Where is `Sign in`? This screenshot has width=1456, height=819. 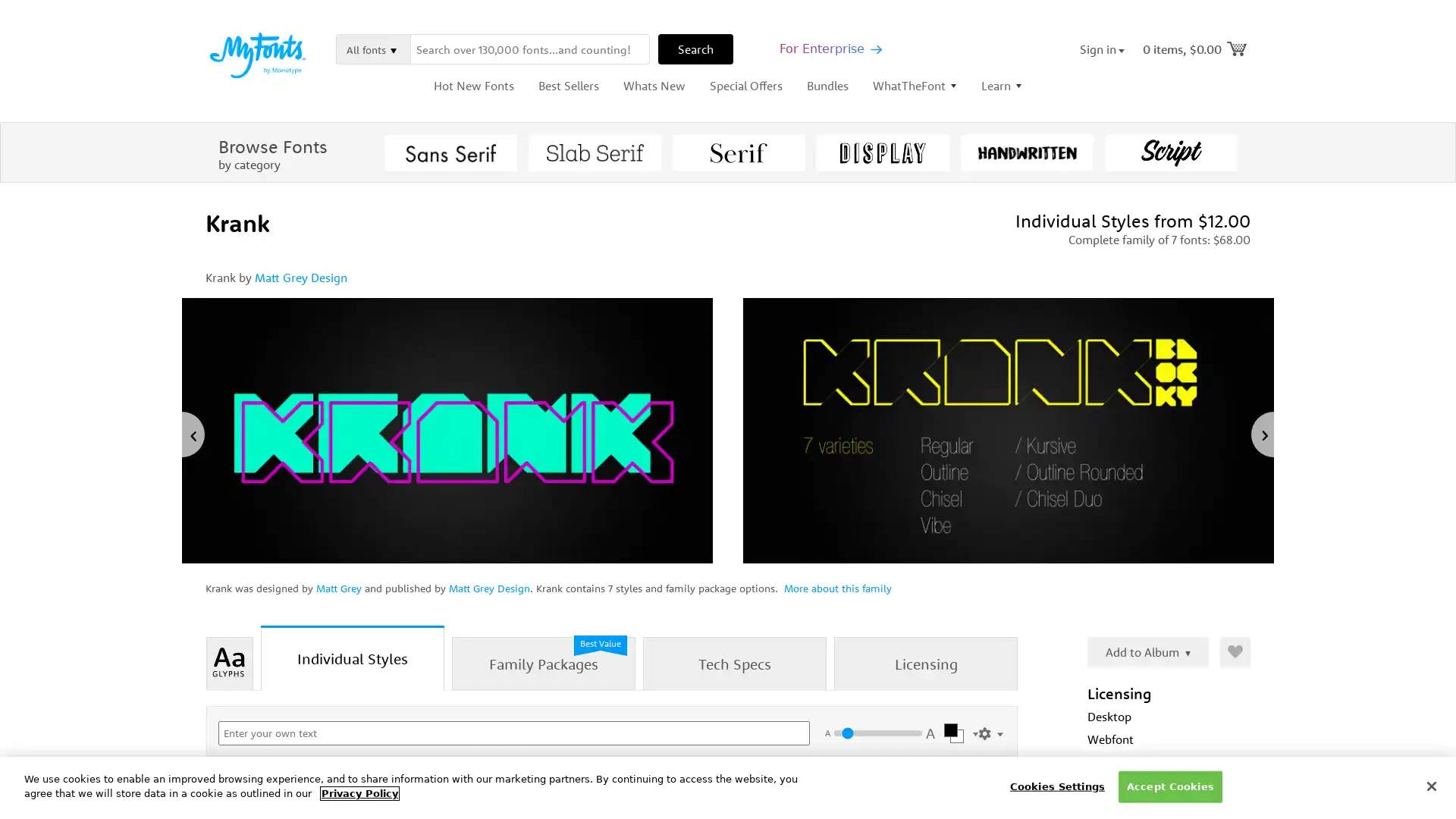 Sign in is located at coordinates (1102, 49).